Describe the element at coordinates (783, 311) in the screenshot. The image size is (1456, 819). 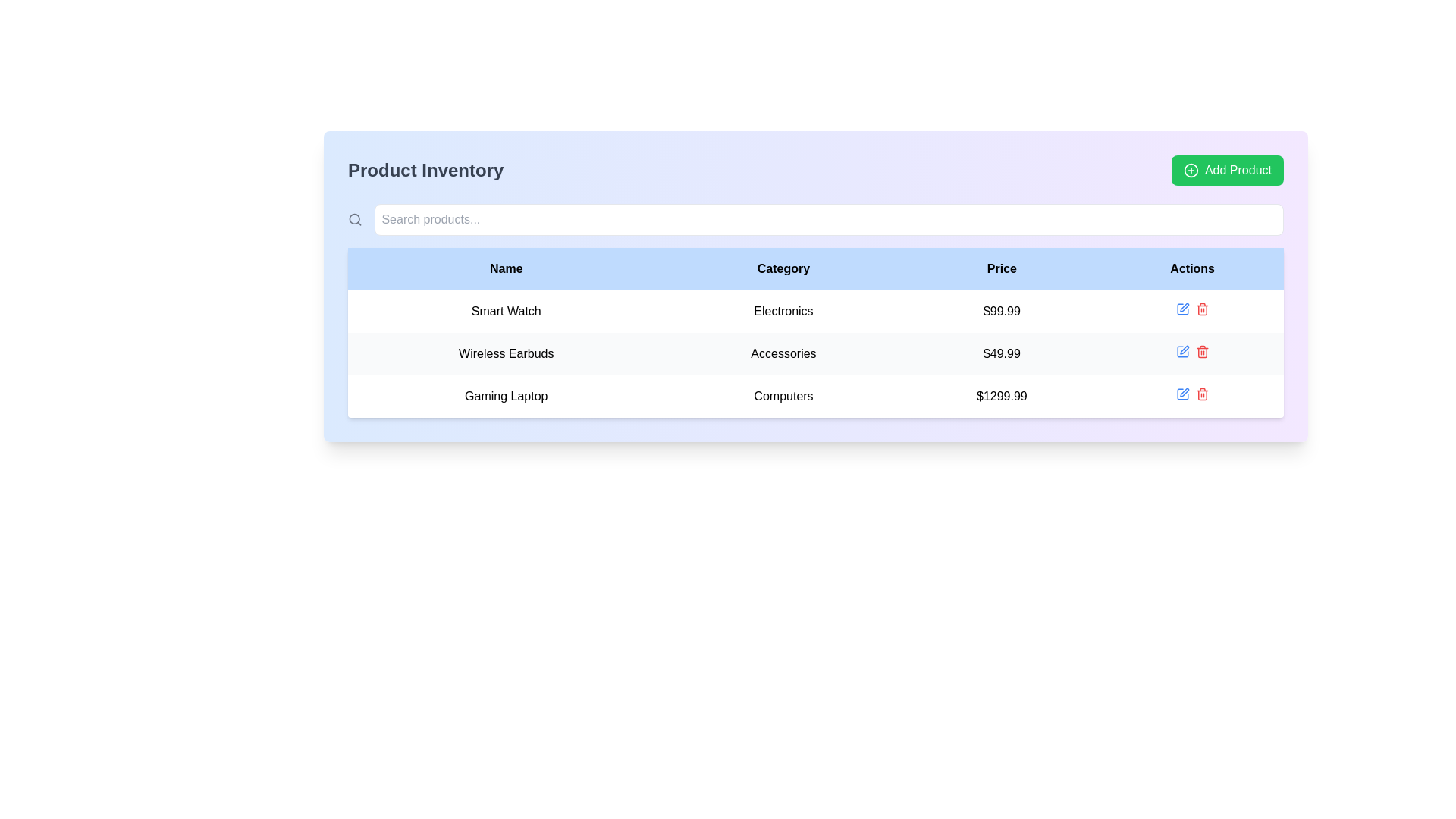
I see `the static text element displaying the category label 'Electronics' in the 'Product Inventory' interface by moving the cursor to its center` at that location.